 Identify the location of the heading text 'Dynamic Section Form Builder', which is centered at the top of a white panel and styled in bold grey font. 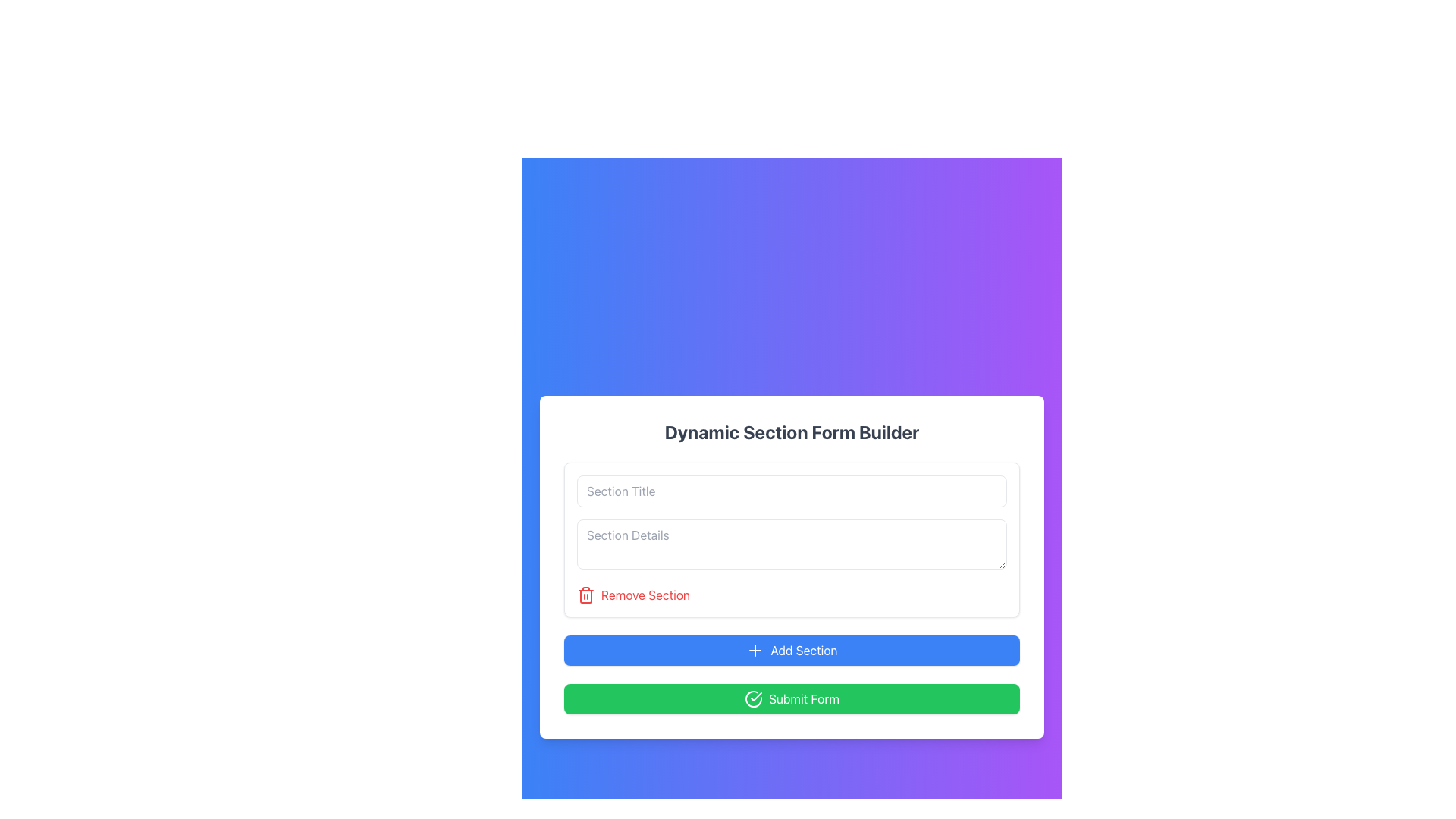
(791, 432).